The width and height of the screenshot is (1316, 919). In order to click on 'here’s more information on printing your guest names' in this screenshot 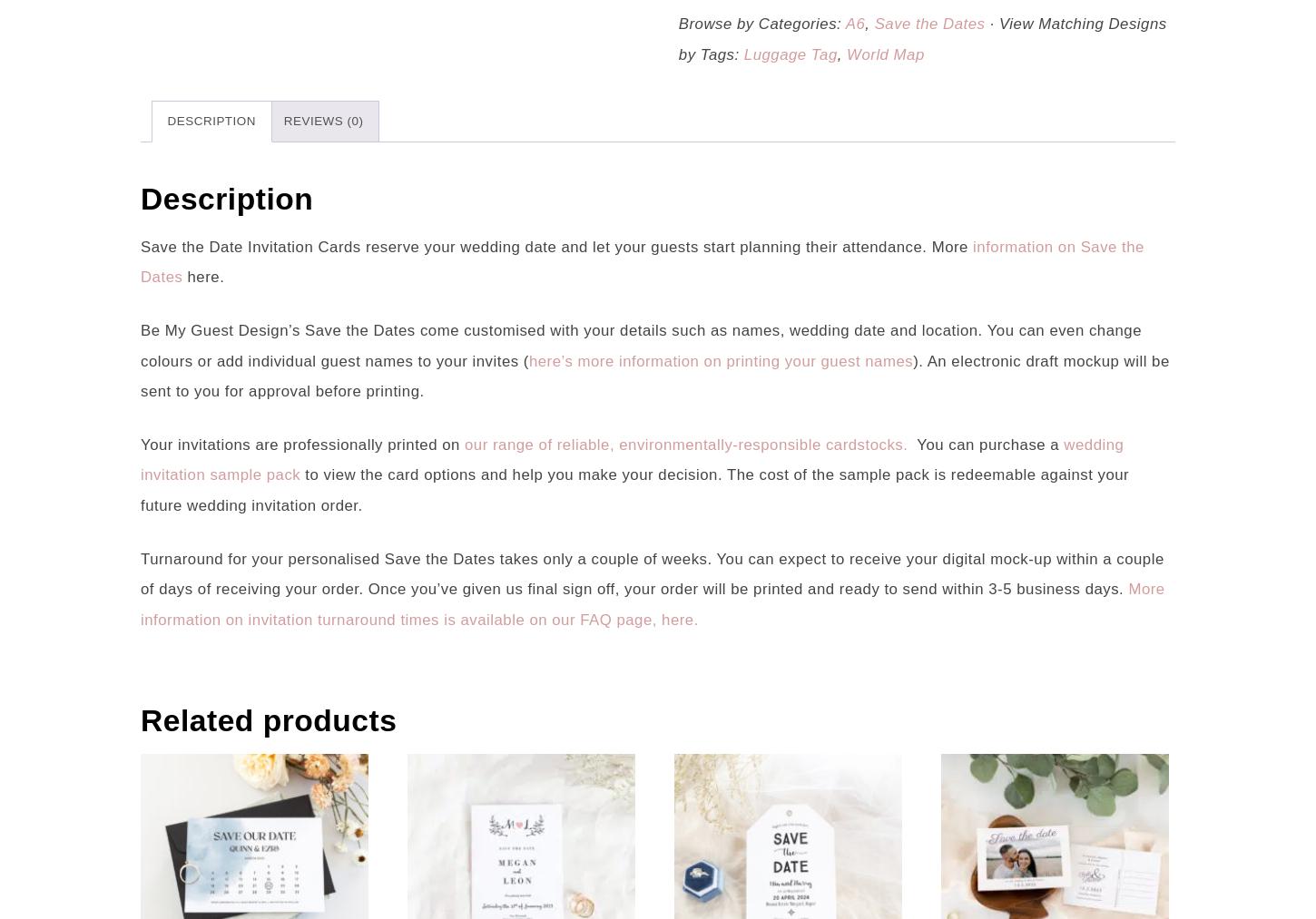, I will do `click(721, 360)`.